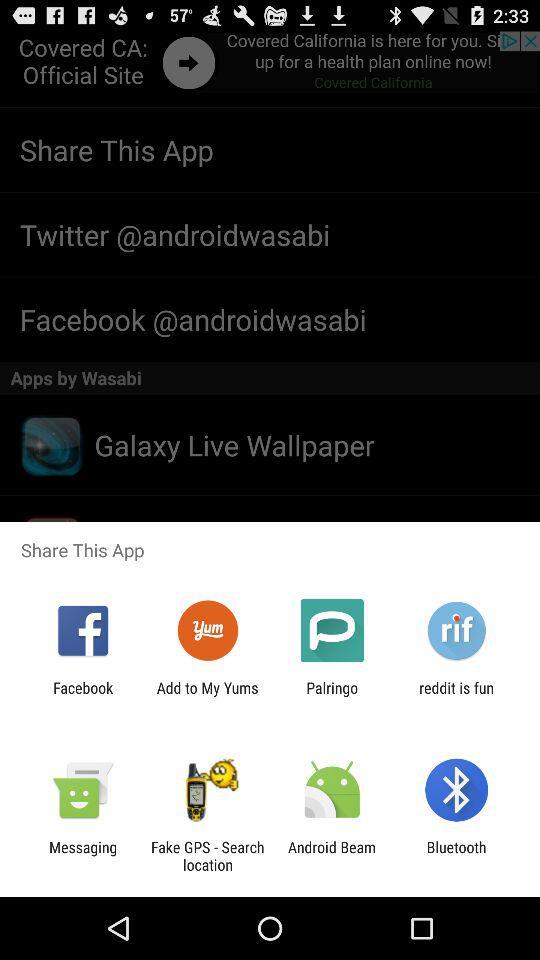  I want to click on the icon next to the facebook, so click(206, 696).